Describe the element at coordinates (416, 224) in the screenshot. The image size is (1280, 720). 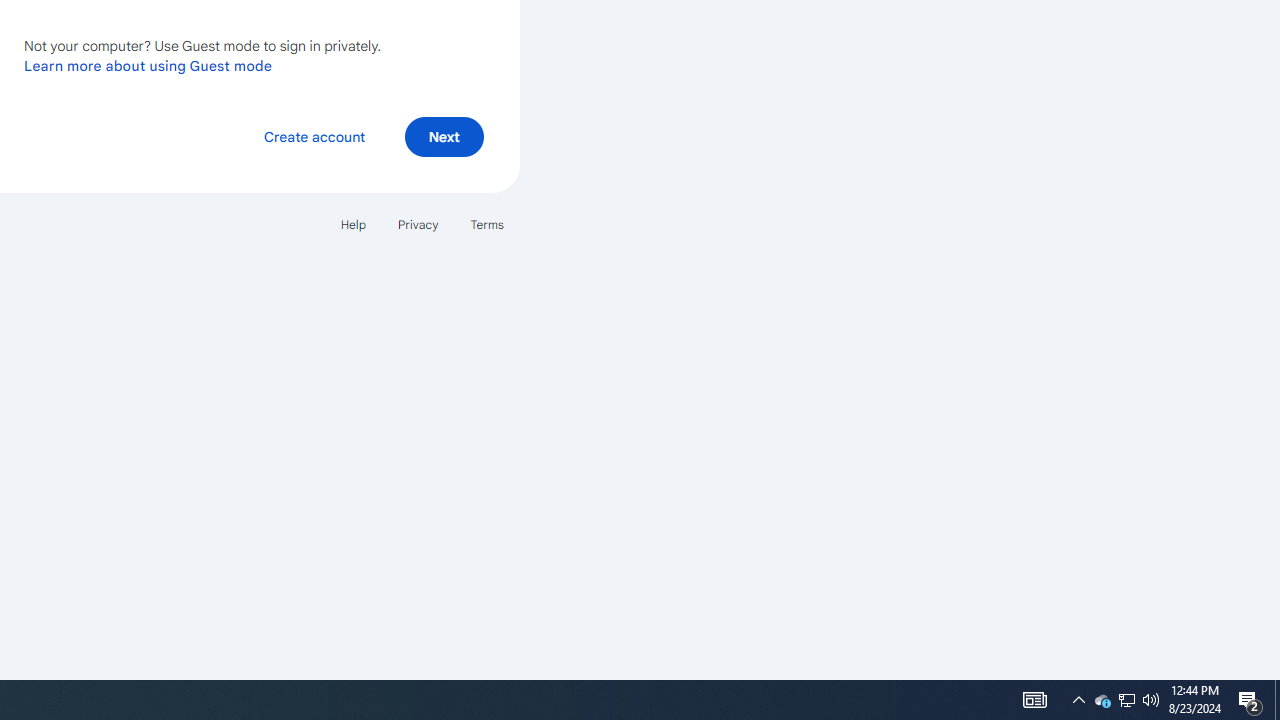
I see `'Privacy'` at that location.